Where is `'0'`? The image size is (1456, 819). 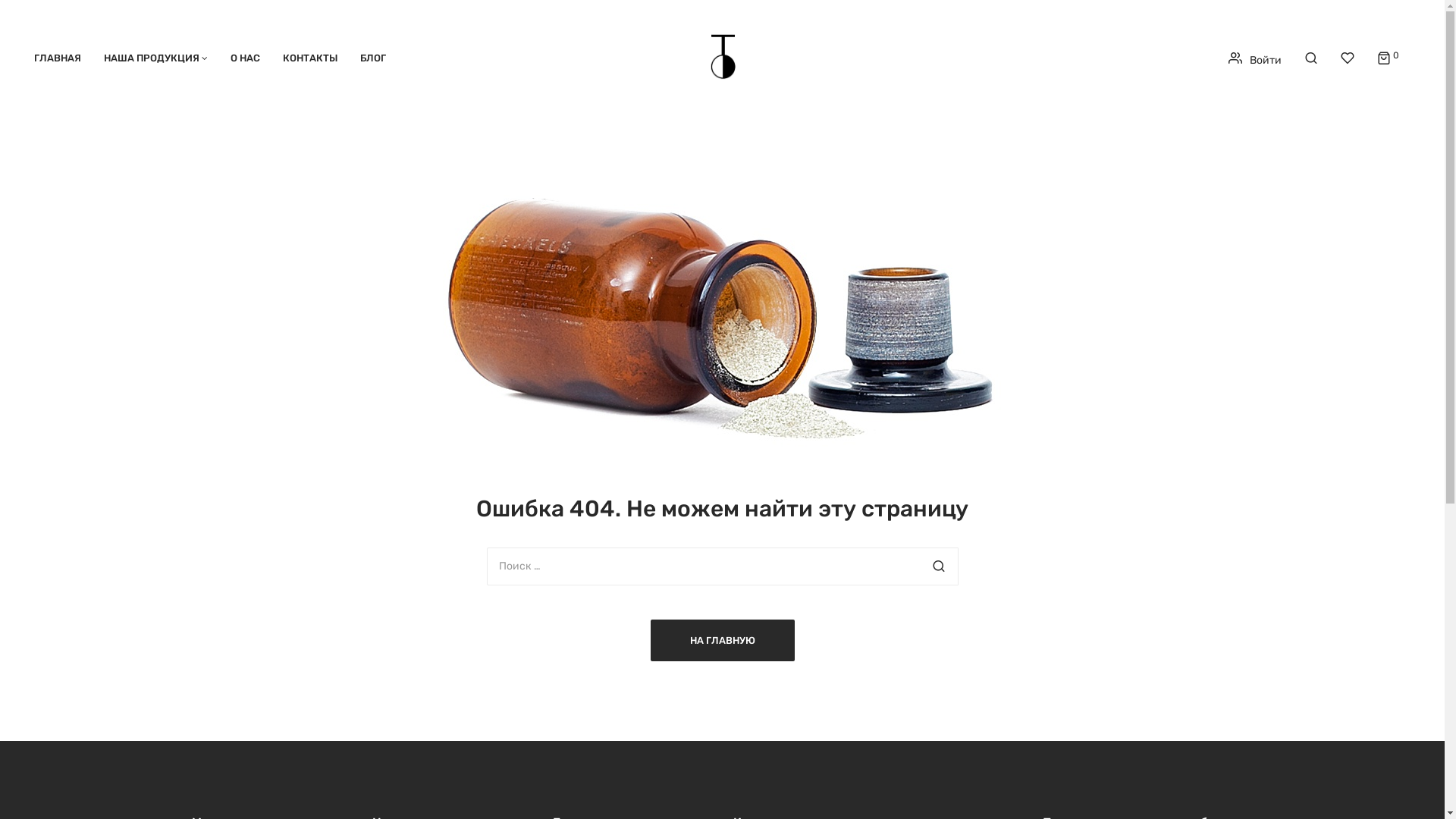 '0' is located at coordinates (1395, 54).